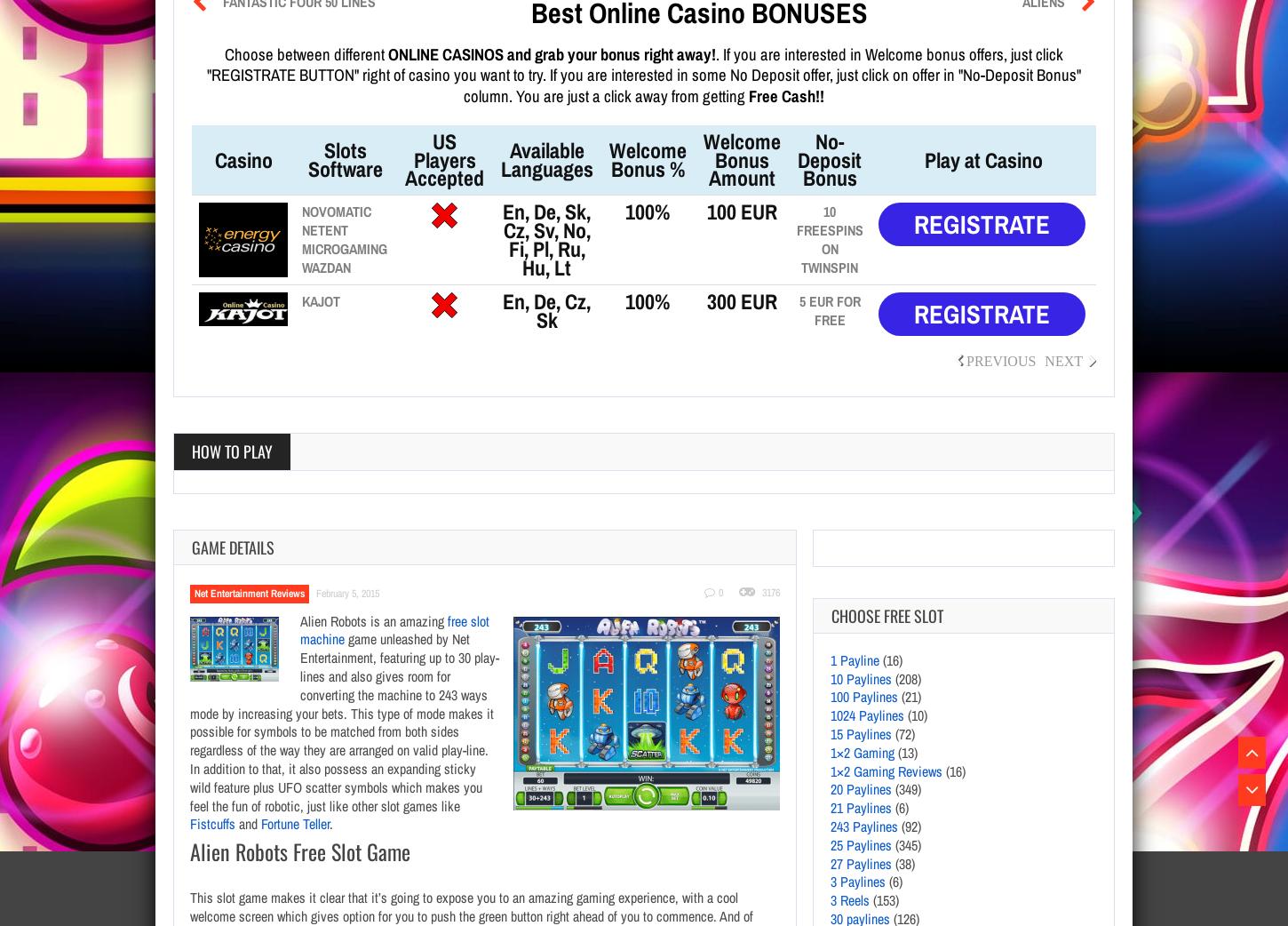 The height and width of the screenshot is (926, 1288). What do you see at coordinates (330, 822) in the screenshot?
I see `'.'` at bounding box center [330, 822].